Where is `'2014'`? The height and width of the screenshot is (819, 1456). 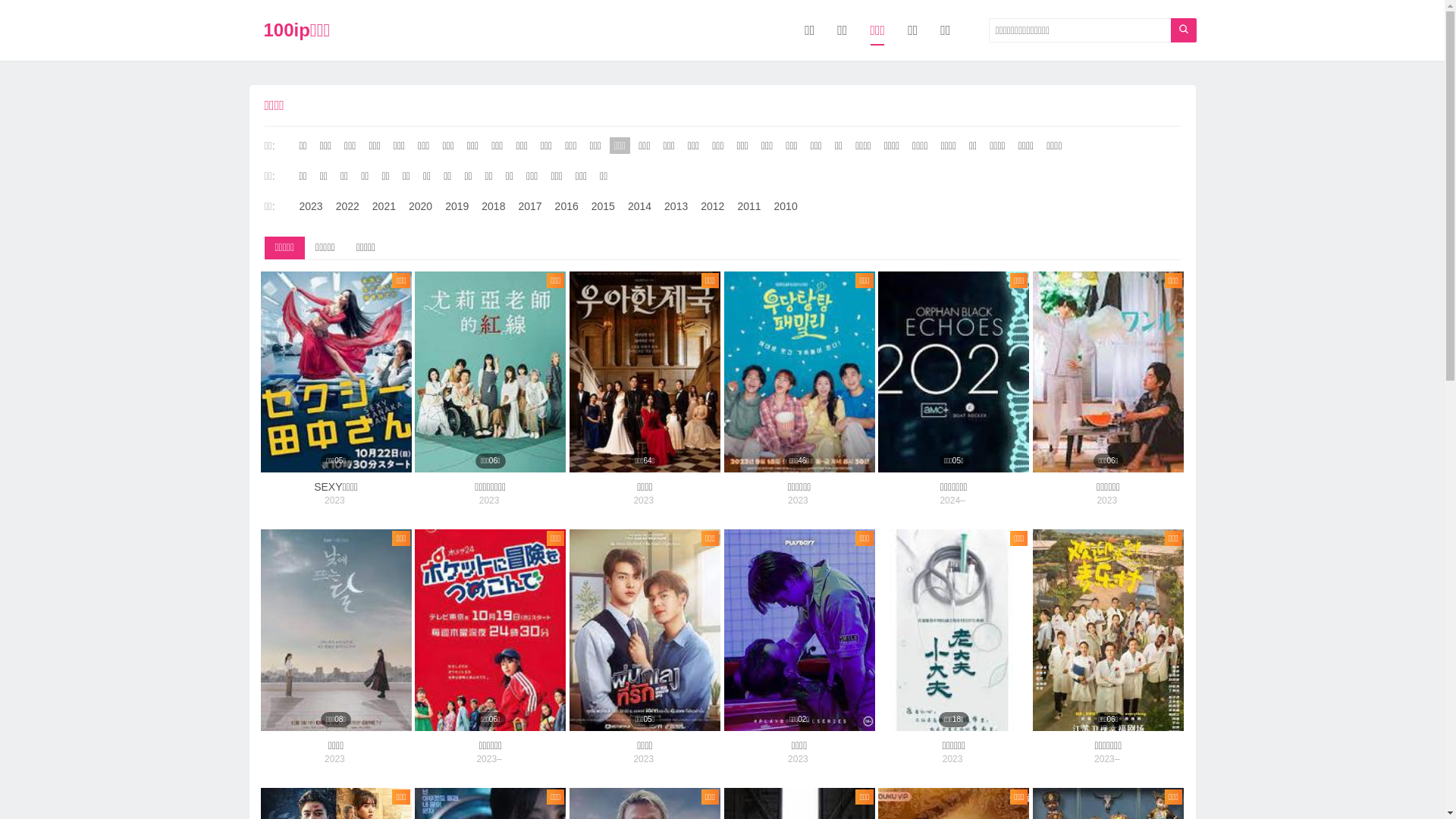 '2014' is located at coordinates (639, 206).